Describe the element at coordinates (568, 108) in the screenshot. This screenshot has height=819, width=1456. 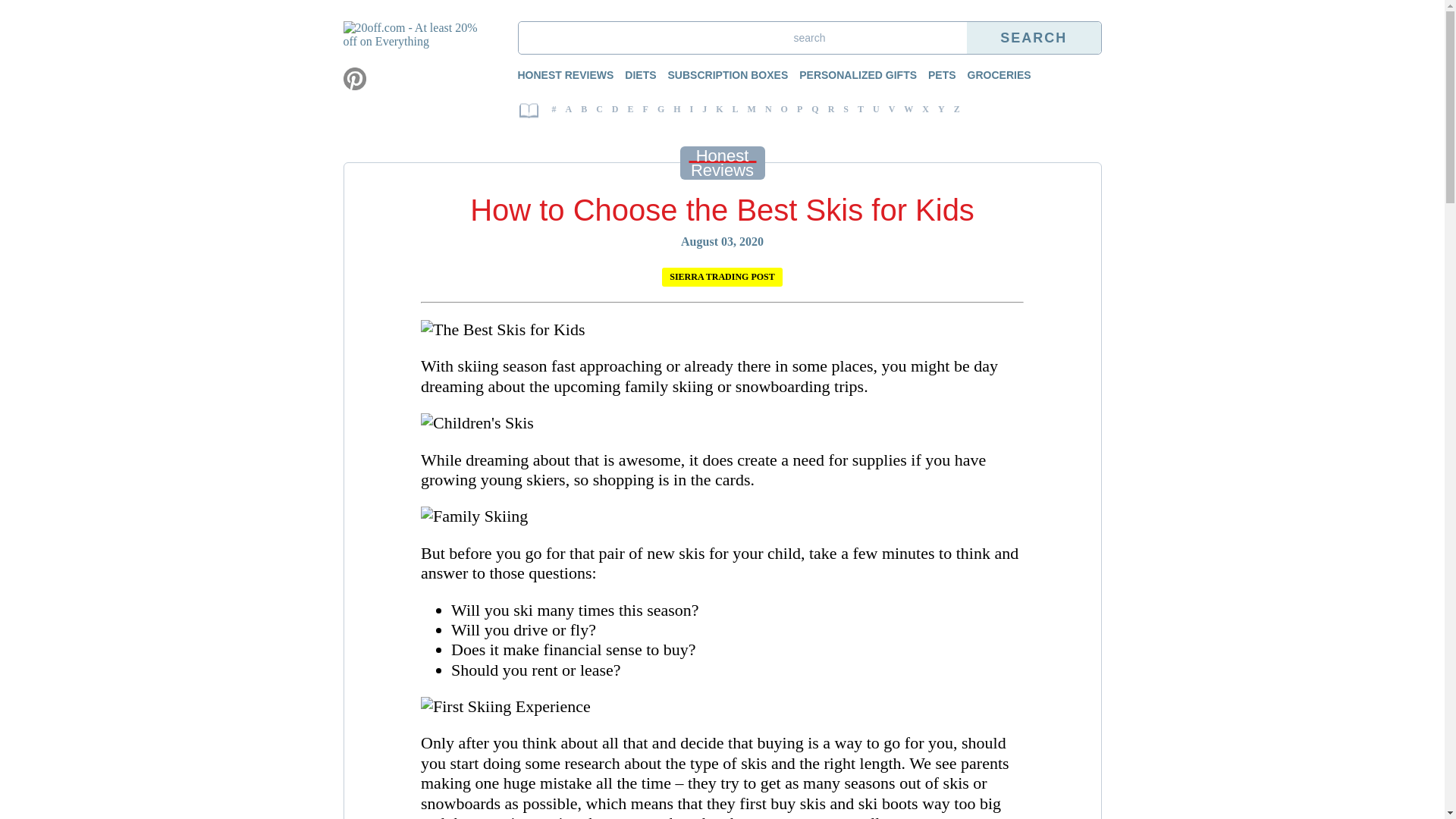
I see `'A'` at that location.